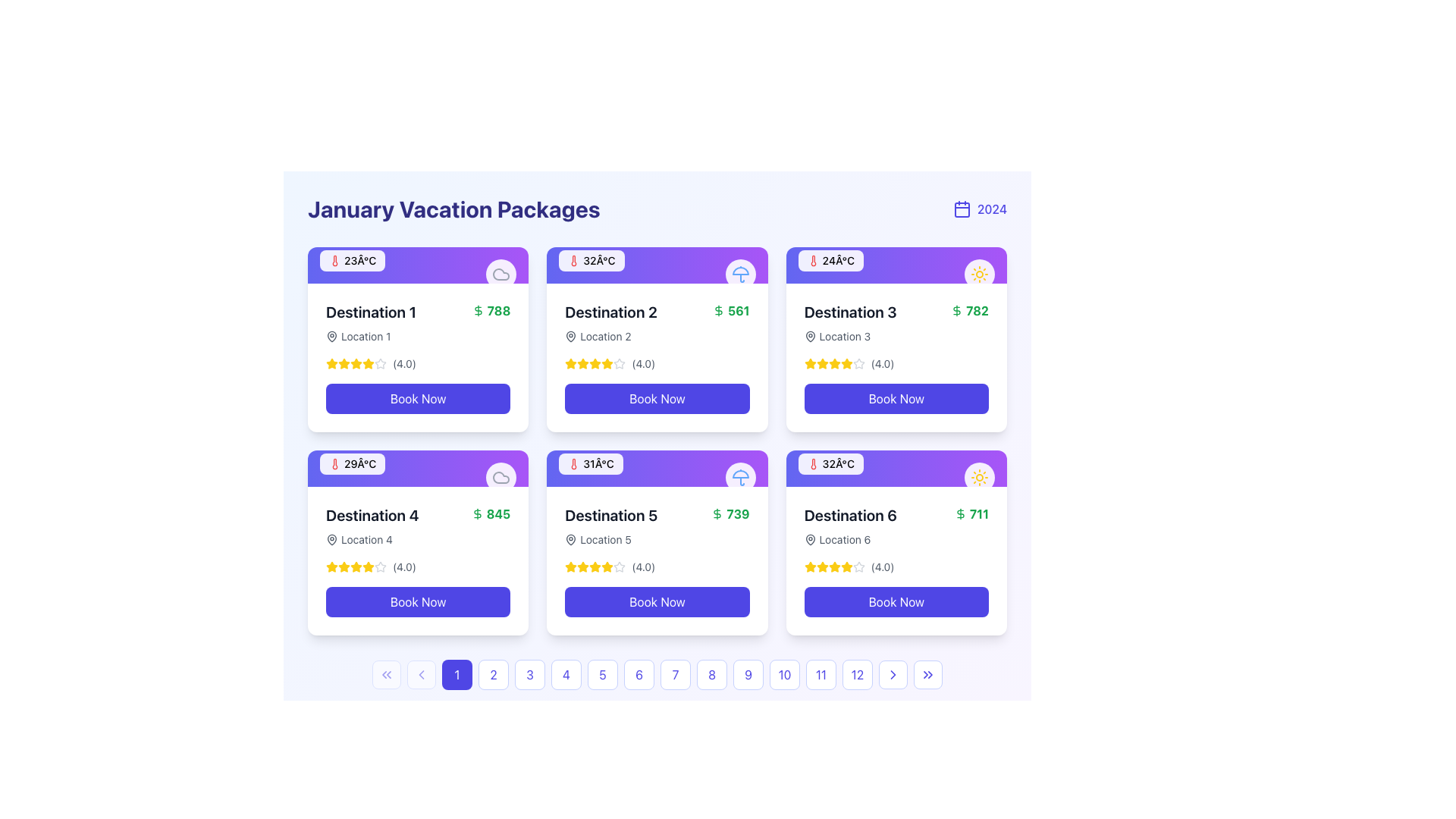 Image resolution: width=1456 pixels, height=819 pixels. Describe the element at coordinates (595, 567) in the screenshot. I see `the state or color of the fourth star icon in the rating system located in the 'Destination 5' card of the second row, middle column` at that location.